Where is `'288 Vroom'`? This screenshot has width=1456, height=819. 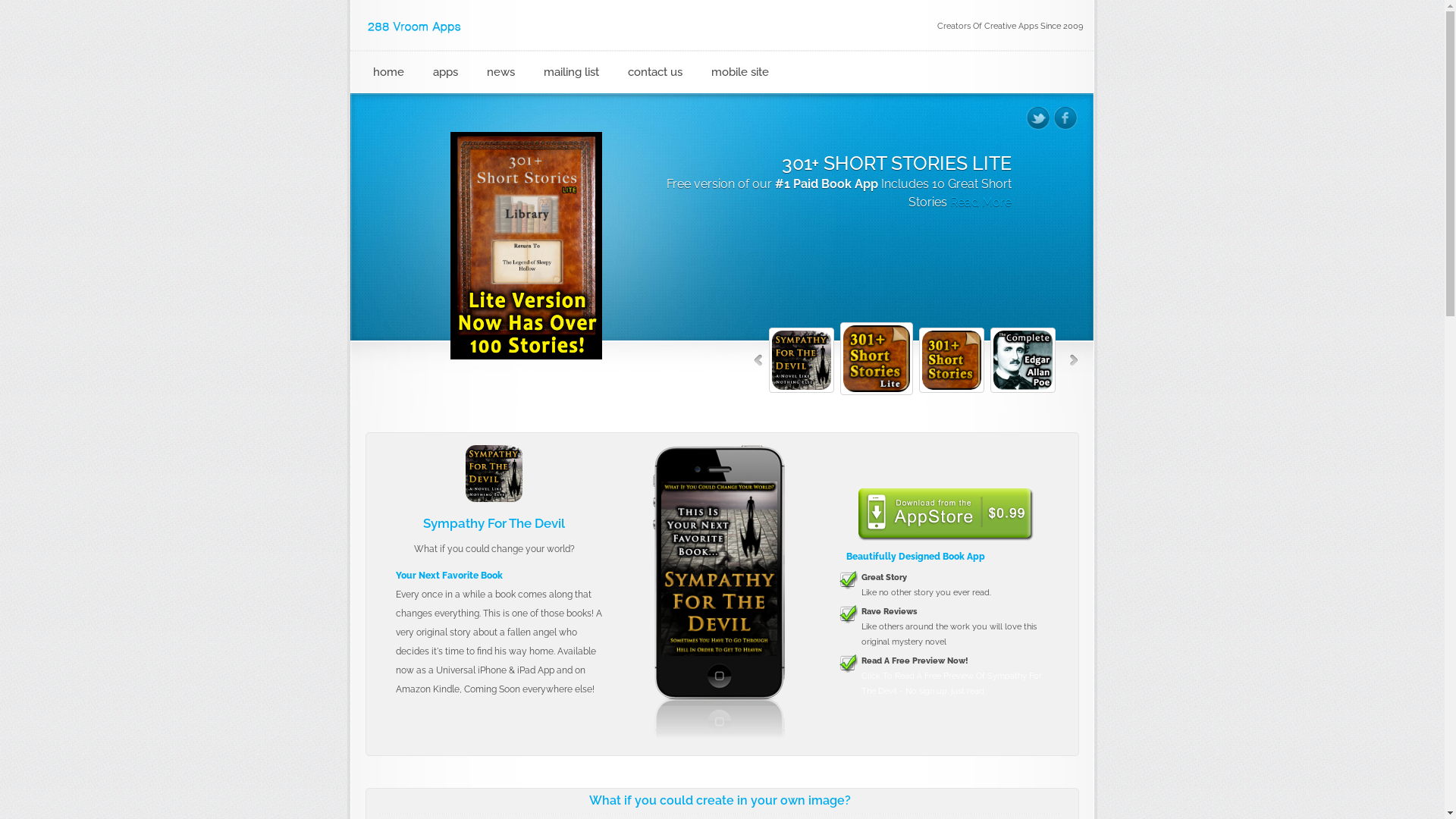 '288 Vroom' is located at coordinates (415, 27).